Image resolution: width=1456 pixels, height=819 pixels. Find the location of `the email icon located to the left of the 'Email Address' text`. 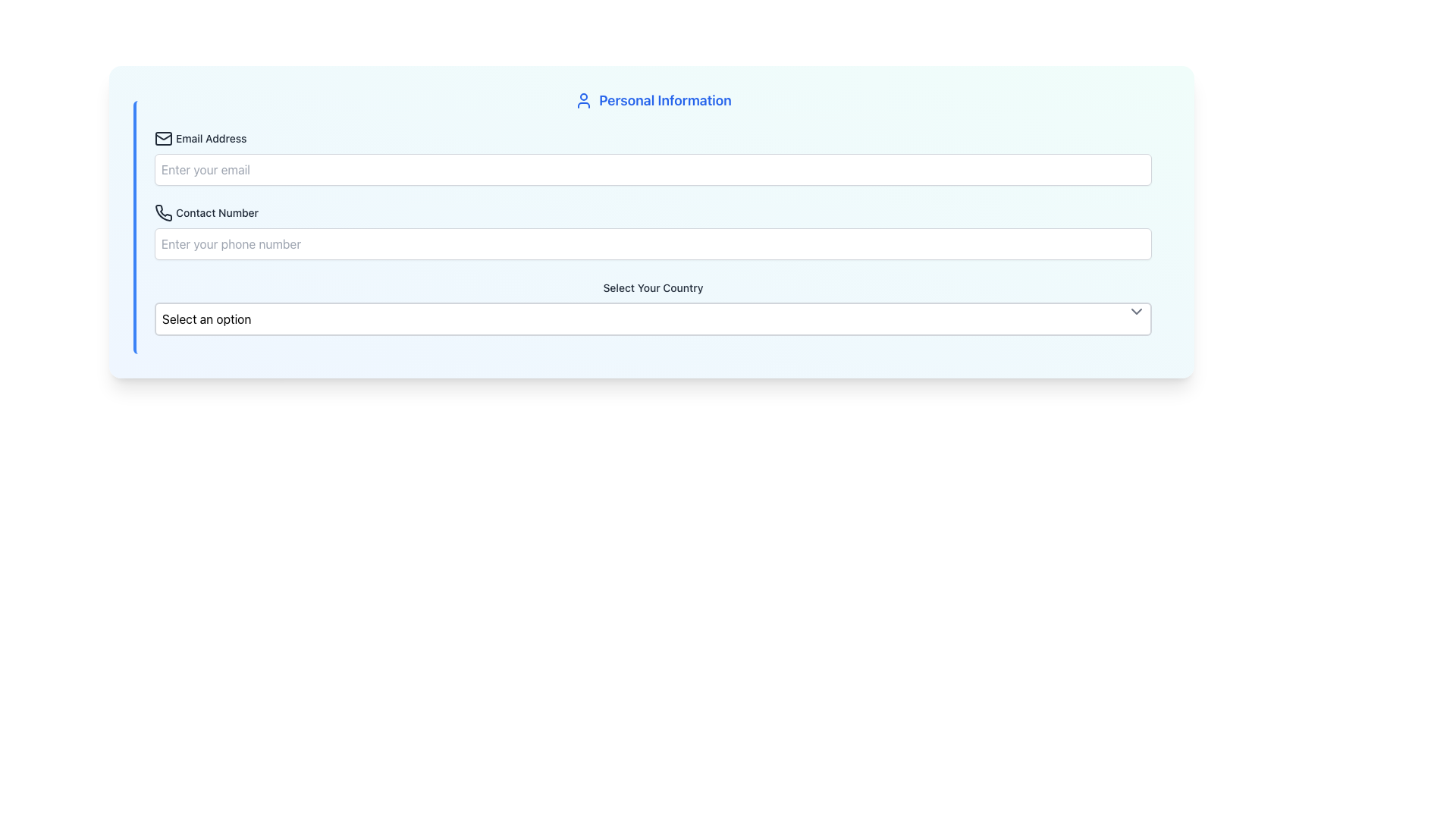

the email icon located to the left of the 'Email Address' text is located at coordinates (164, 138).